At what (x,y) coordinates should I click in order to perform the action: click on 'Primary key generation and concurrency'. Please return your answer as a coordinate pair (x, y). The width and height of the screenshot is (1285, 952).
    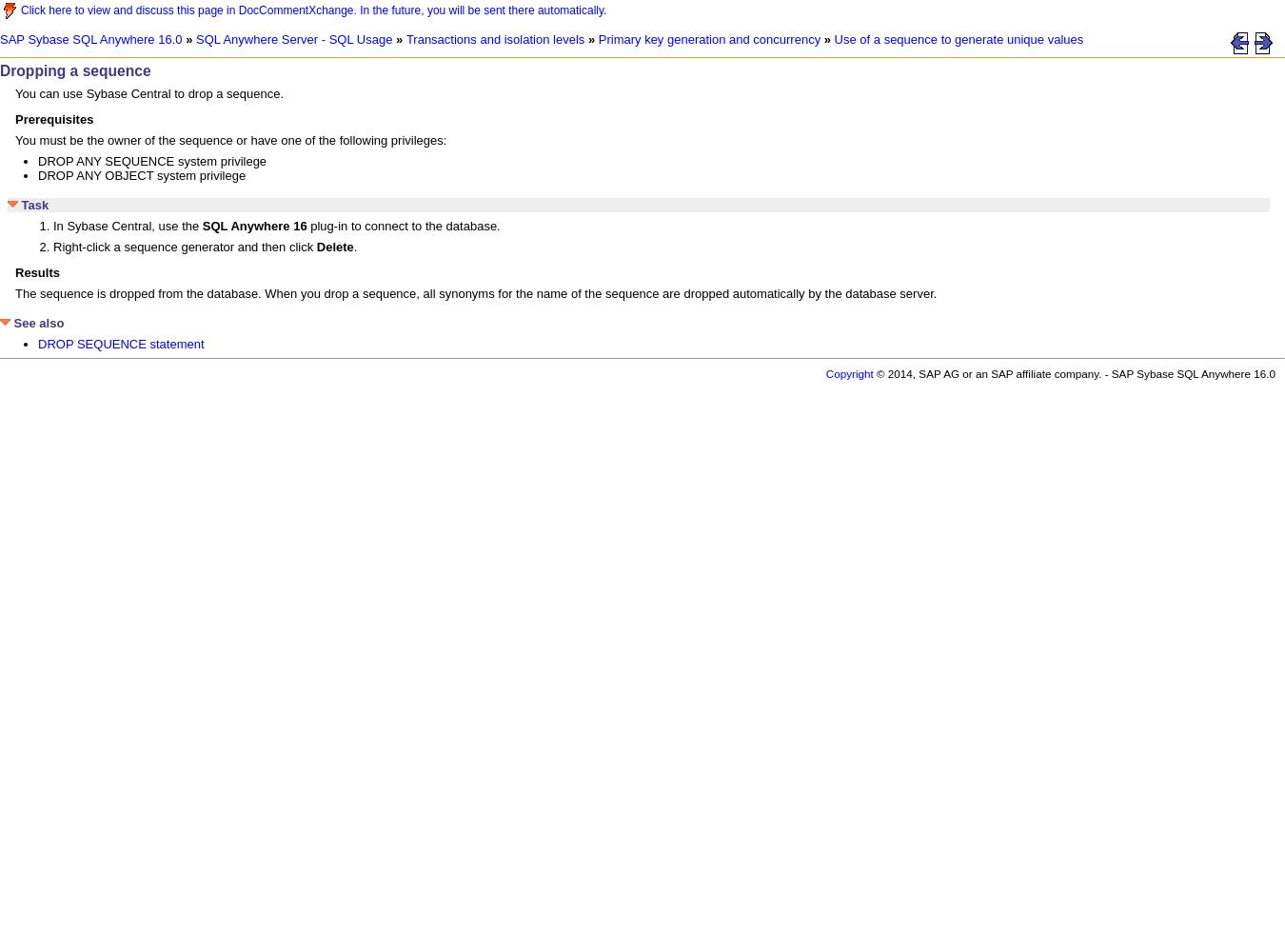
    Looking at the image, I should click on (708, 39).